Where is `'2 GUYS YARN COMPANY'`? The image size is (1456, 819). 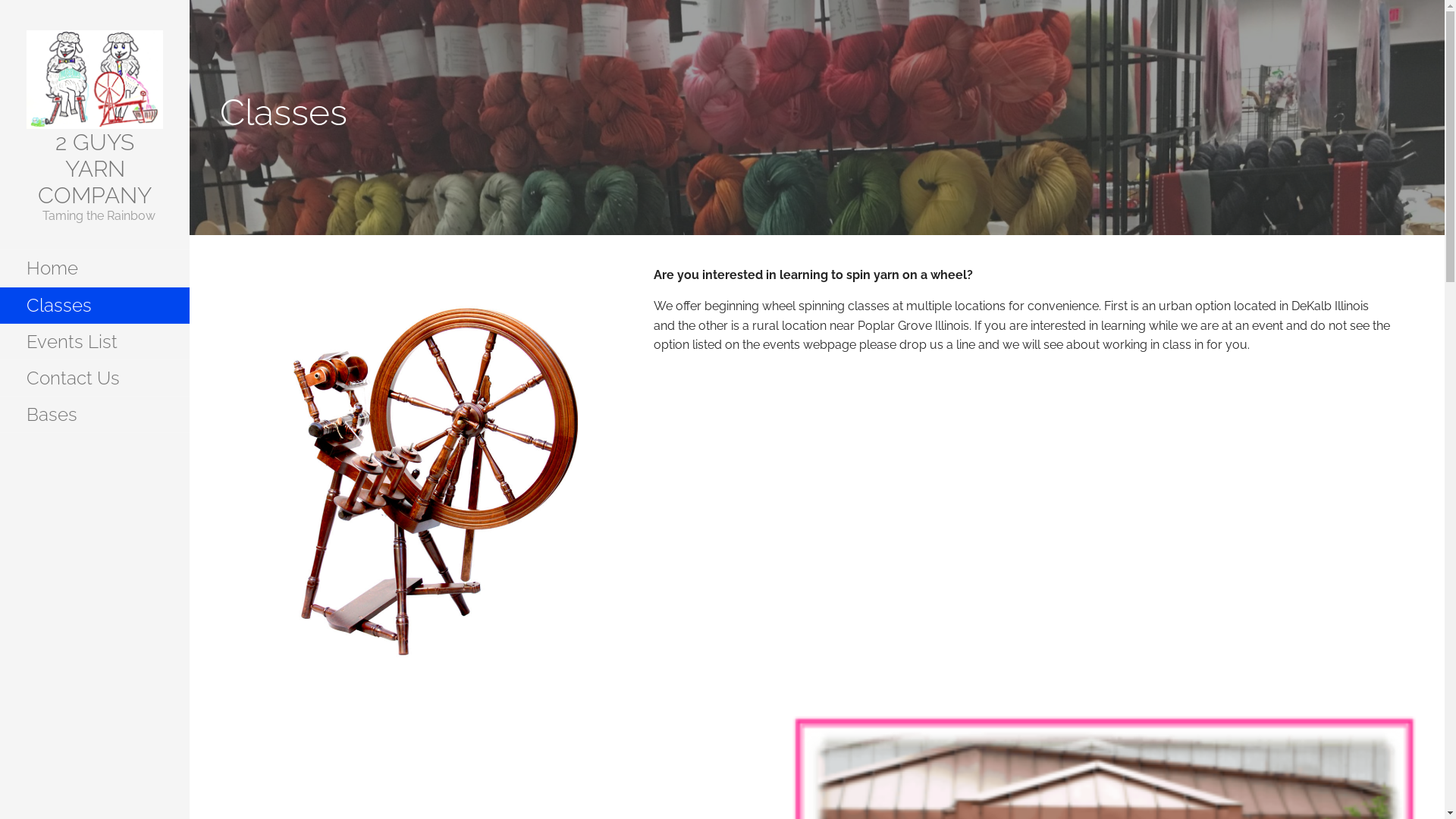 '2 GUYS YARN COMPANY' is located at coordinates (37, 168).